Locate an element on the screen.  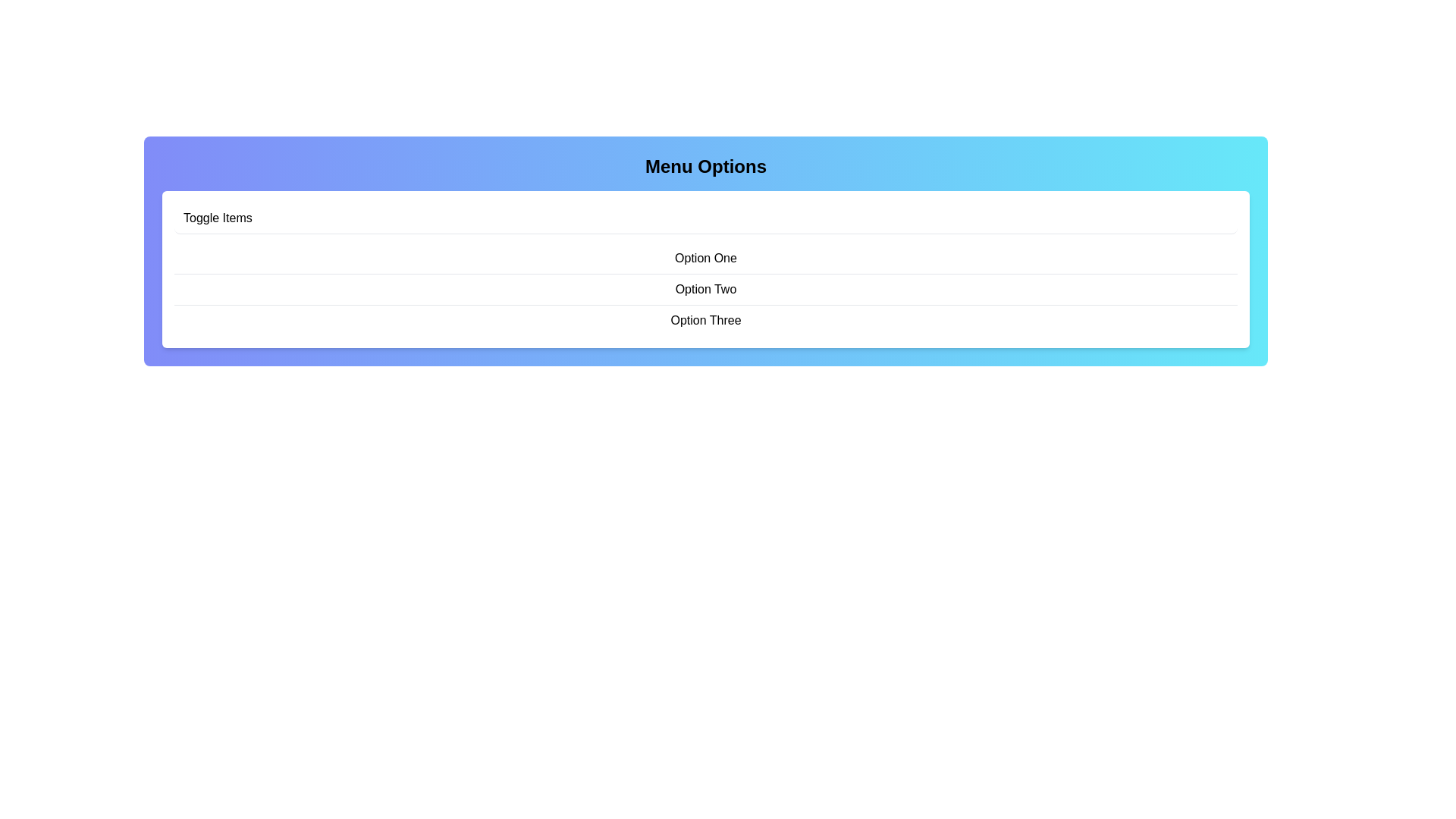
the static header text 'Menu Options' is located at coordinates (705, 166).